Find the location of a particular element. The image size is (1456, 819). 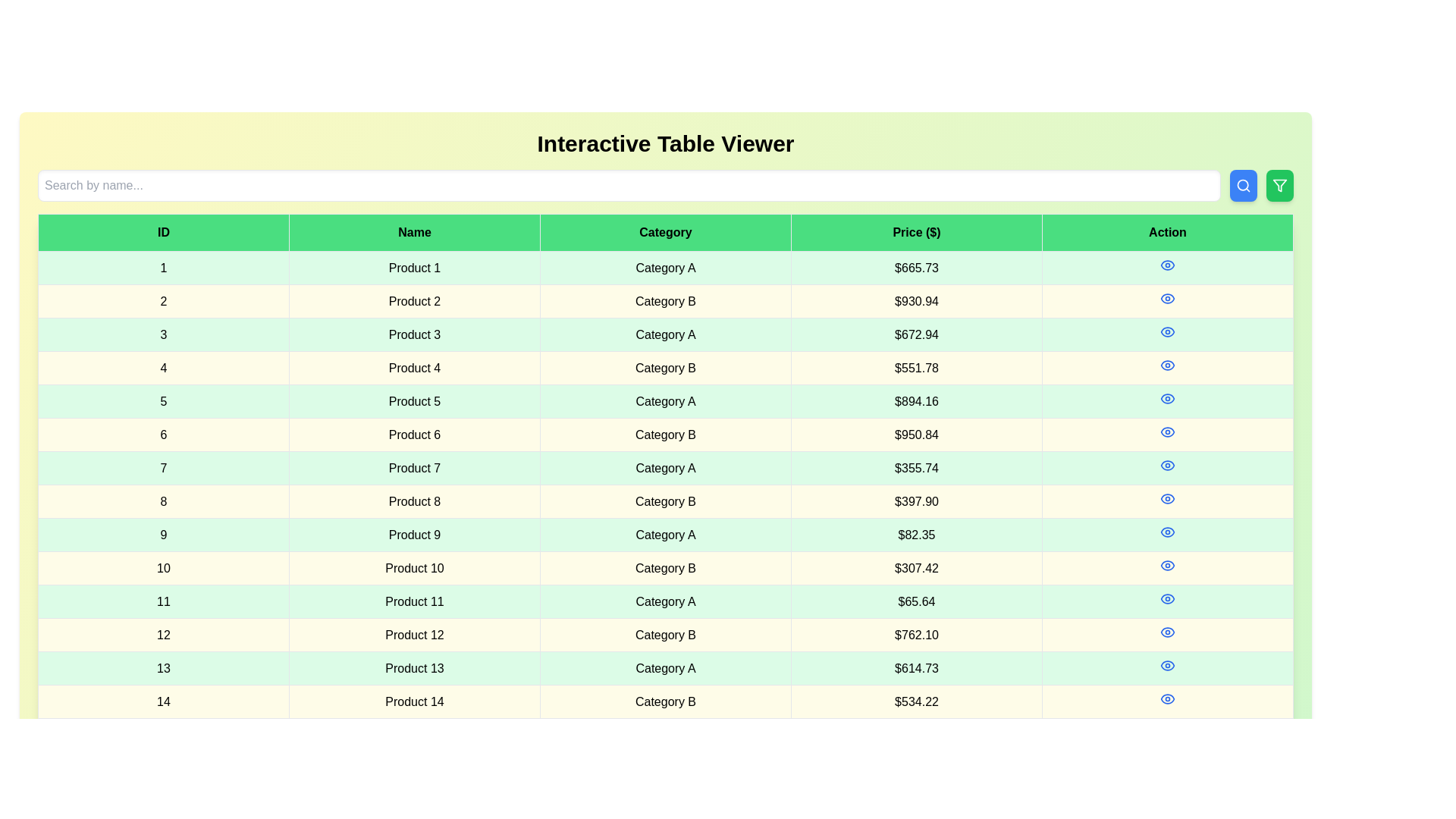

the column header Name to sort the table is located at coordinates (415, 233).